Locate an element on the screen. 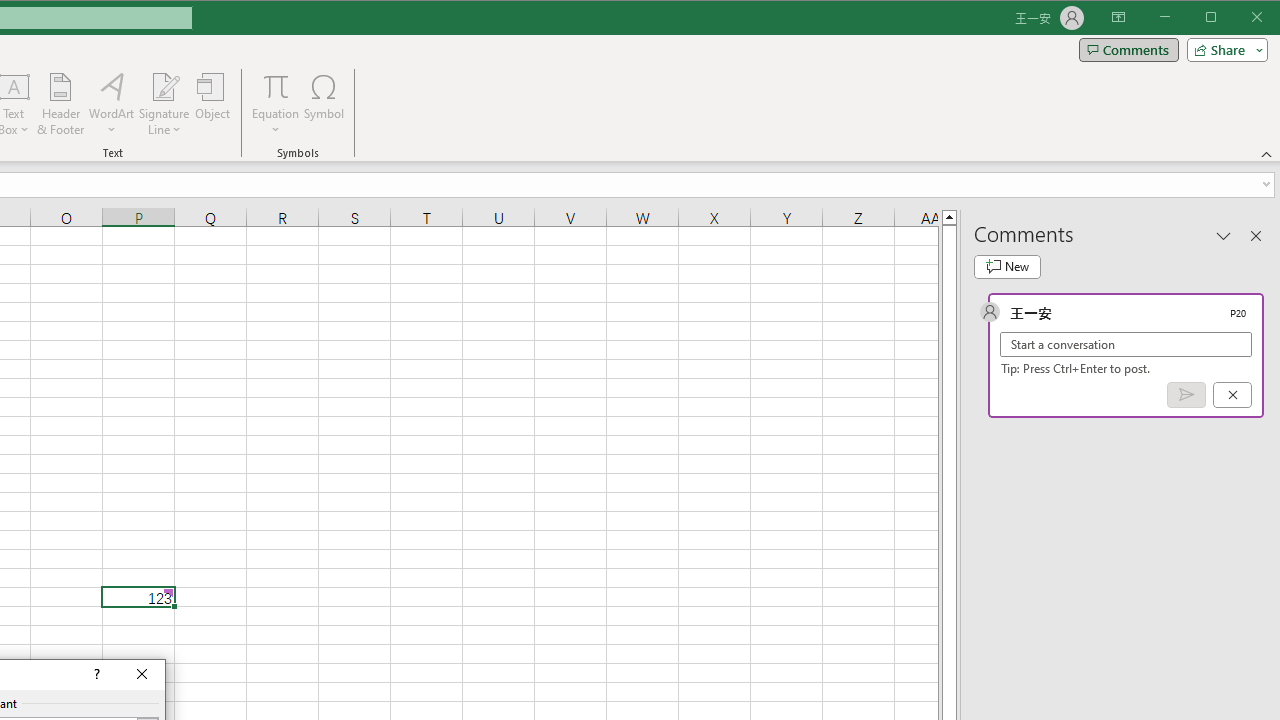 Image resolution: width=1280 pixels, height=720 pixels. 'Object...' is located at coordinates (213, 104).